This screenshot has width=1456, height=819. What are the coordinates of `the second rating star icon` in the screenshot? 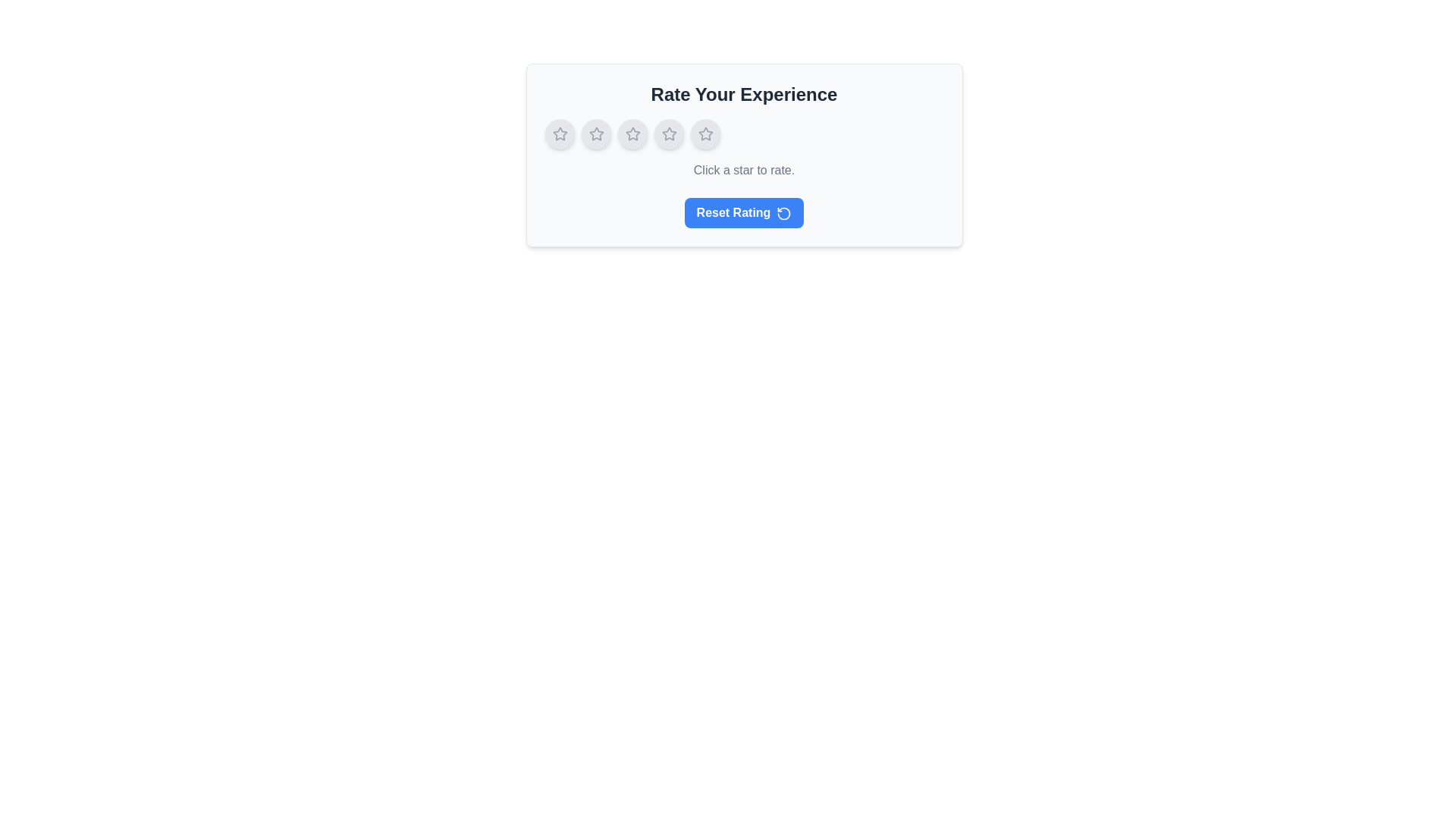 It's located at (632, 133).